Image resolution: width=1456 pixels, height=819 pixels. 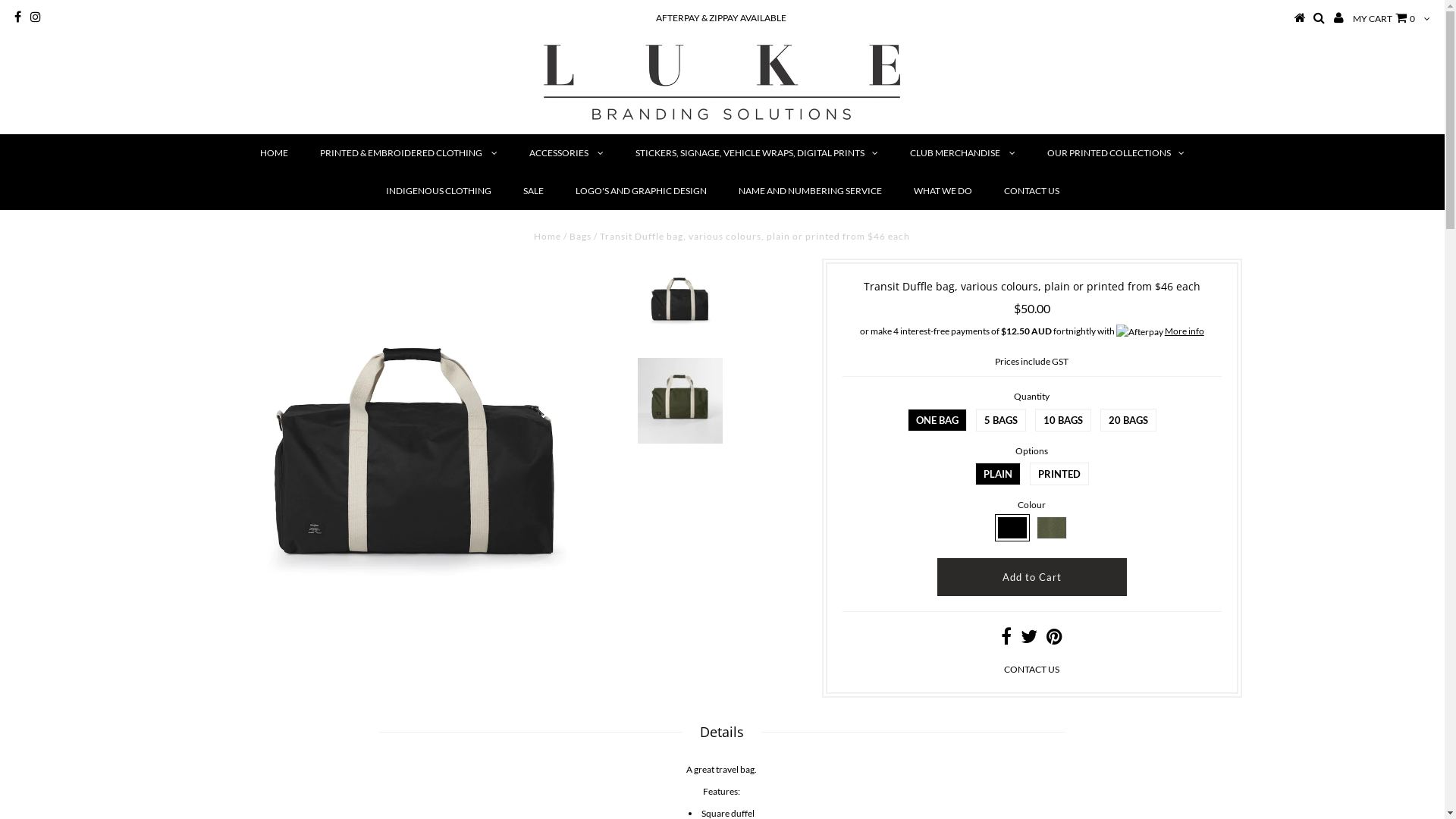 What do you see at coordinates (1053, 639) in the screenshot?
I see `'Share on Pinterest'` at bounding box center [1053, 639].